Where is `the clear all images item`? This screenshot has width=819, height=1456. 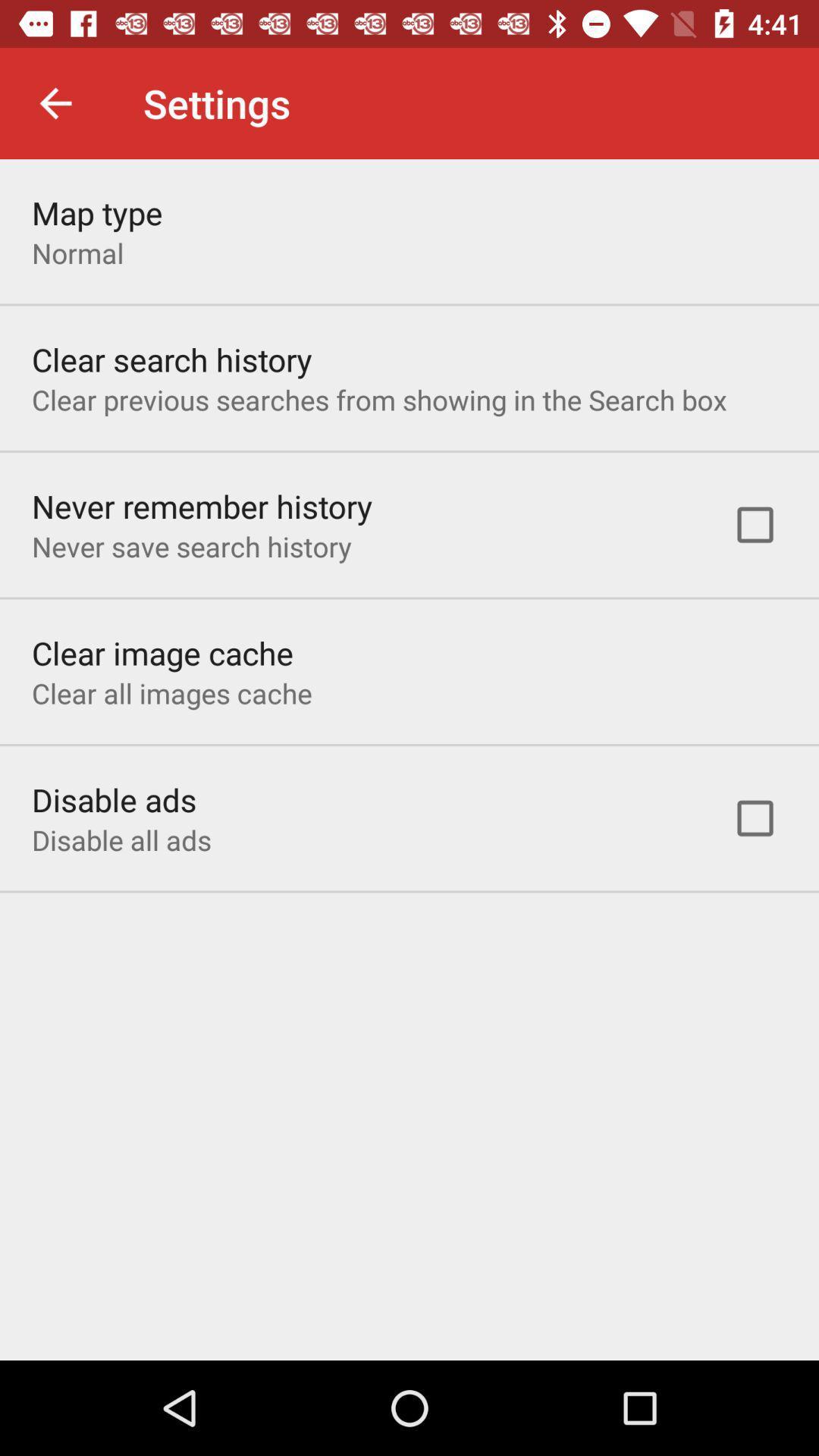
the clear all images item is located at coordinates (171, 692).